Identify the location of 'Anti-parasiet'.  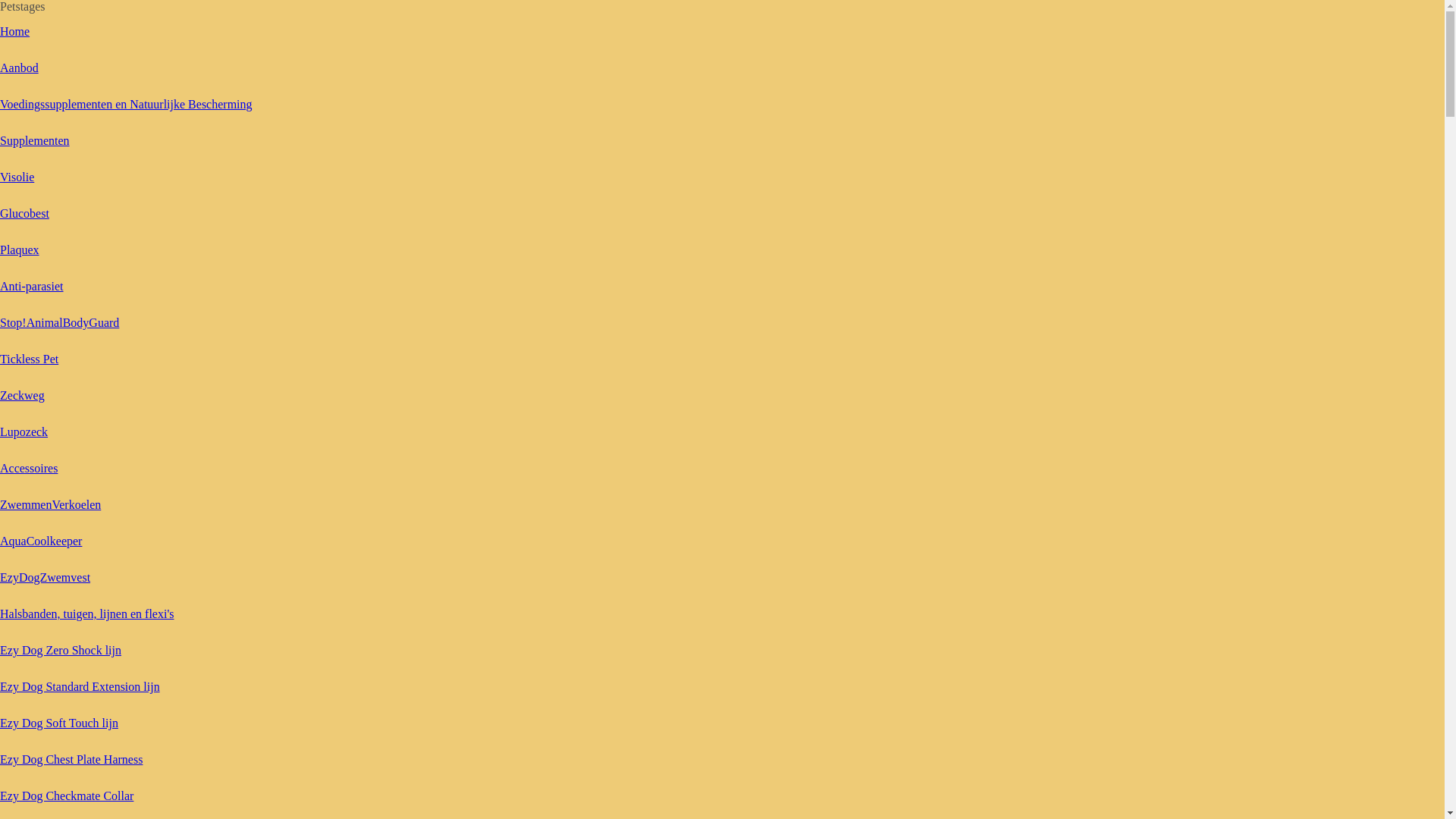
(32, 286).